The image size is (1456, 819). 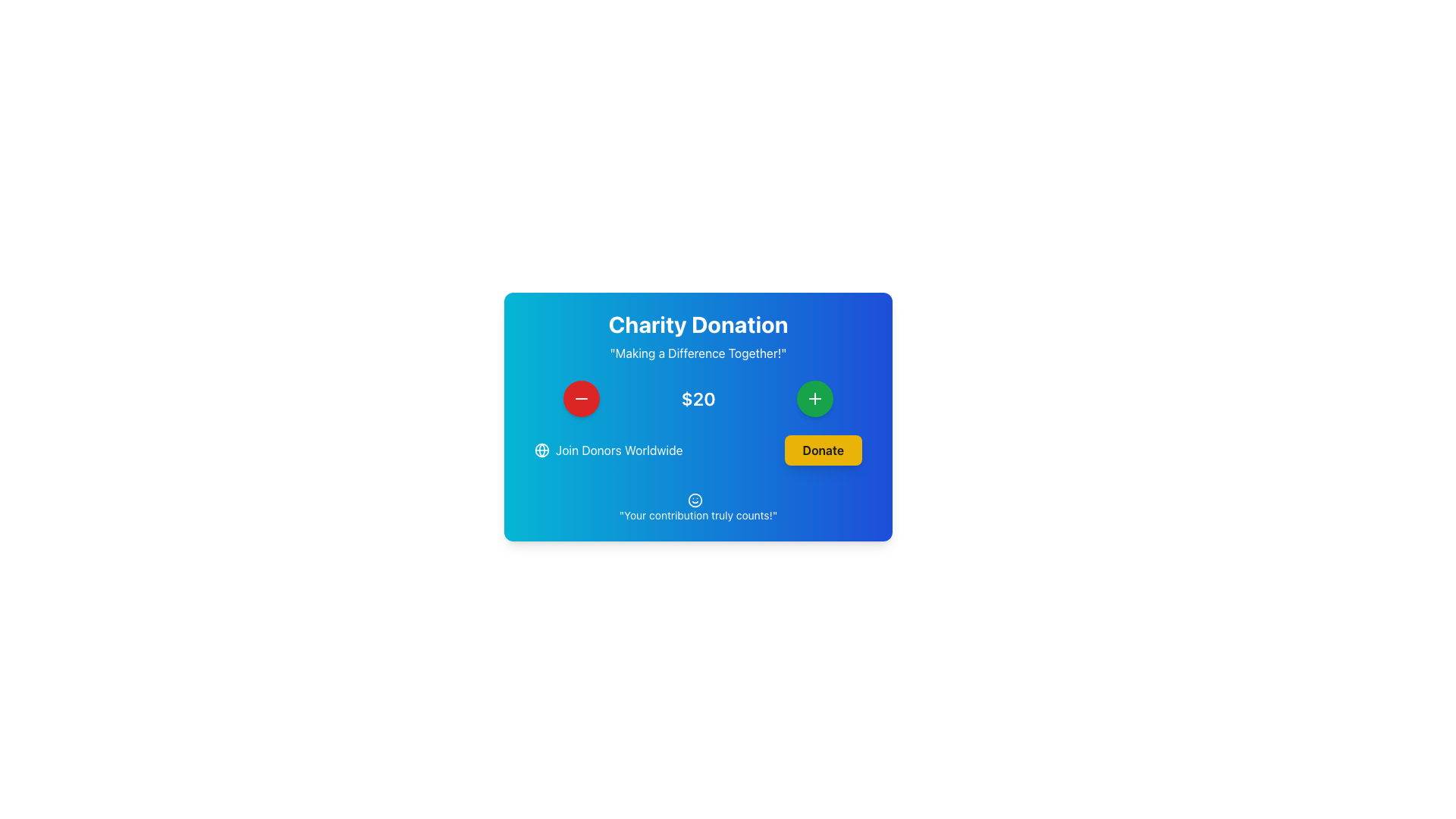 I want to click on the plus symbol icon located within a circular button on the right side of the card component, adjacent to the yellow 'Donate' button, so click(x=814, y=397).